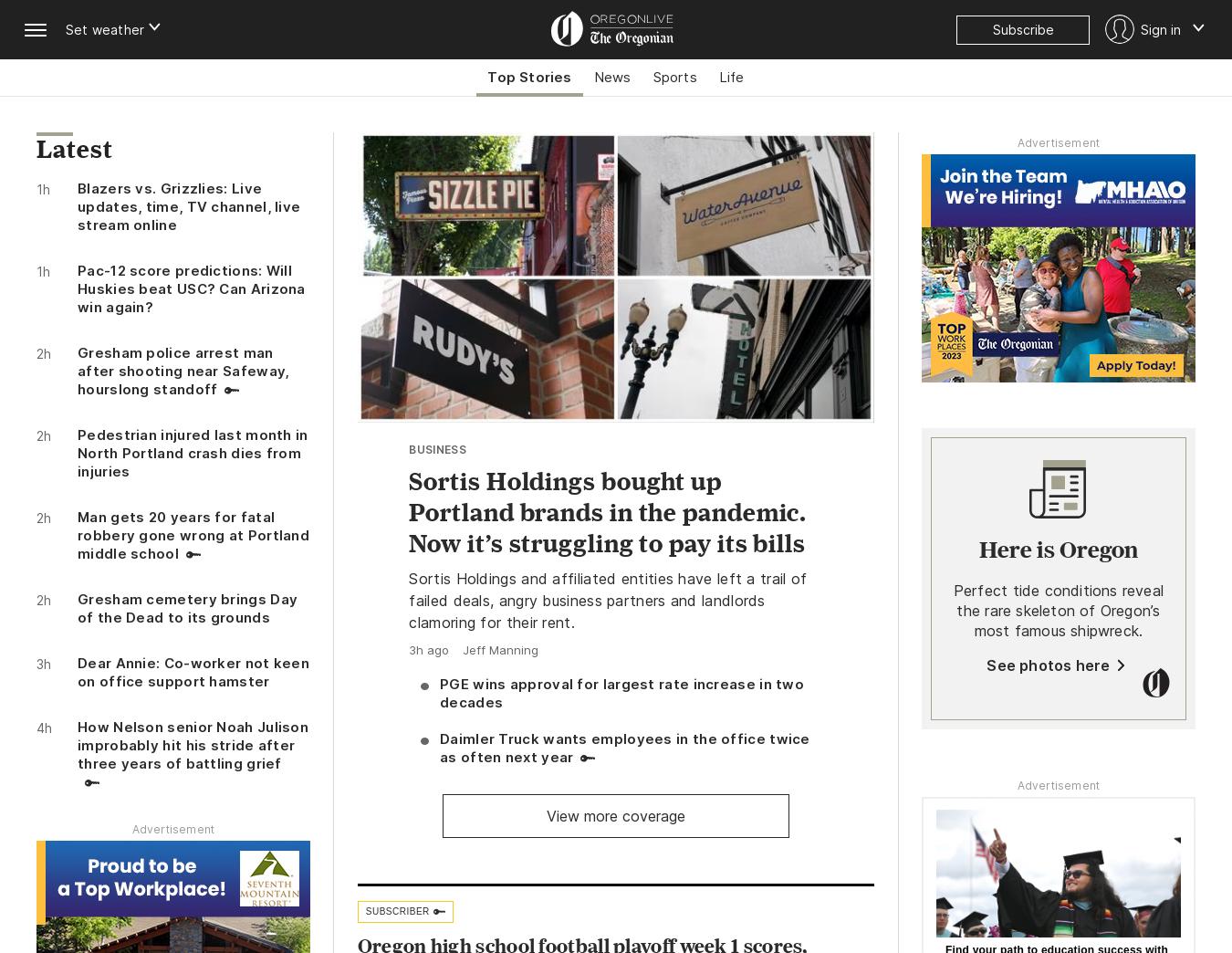 The height and width of the screenshot is (953, 1232). What do you see at coordinates (621, 693) in the screenshot?
I see `'PGE wins approval for largest rate increase in two decades'` at bounding box center [621, 693].